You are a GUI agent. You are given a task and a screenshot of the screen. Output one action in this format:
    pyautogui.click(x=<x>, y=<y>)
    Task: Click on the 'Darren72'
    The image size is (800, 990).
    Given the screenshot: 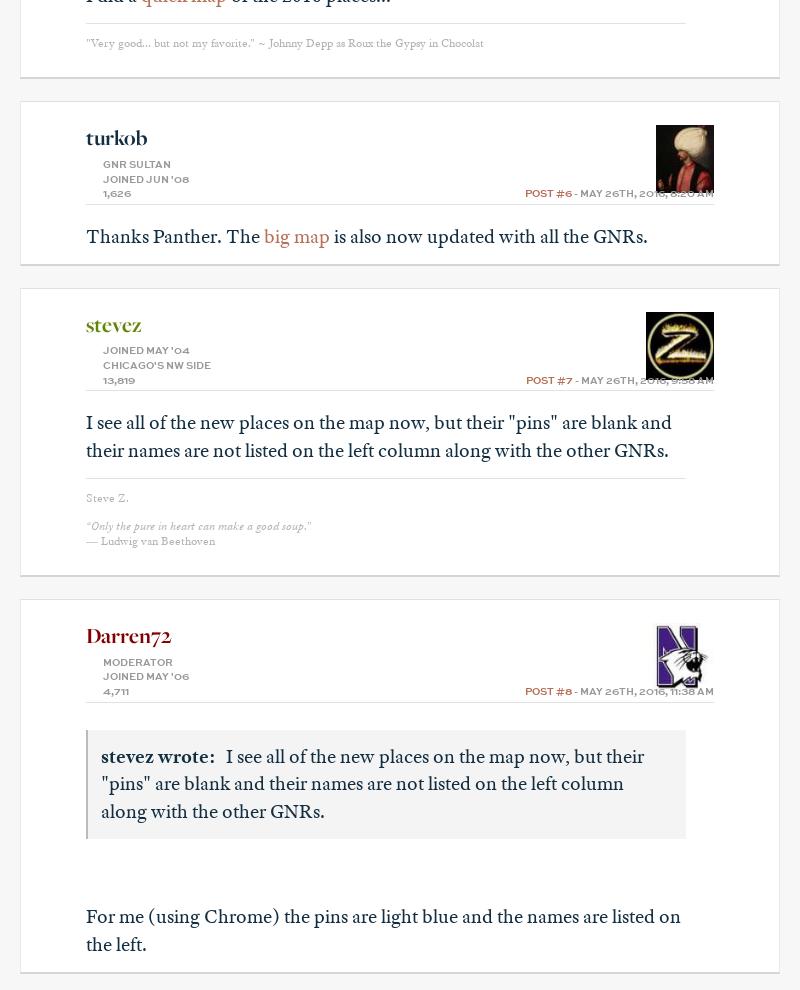 What is the action you would take?
    pyautogui.click(x=128, y=633)
    